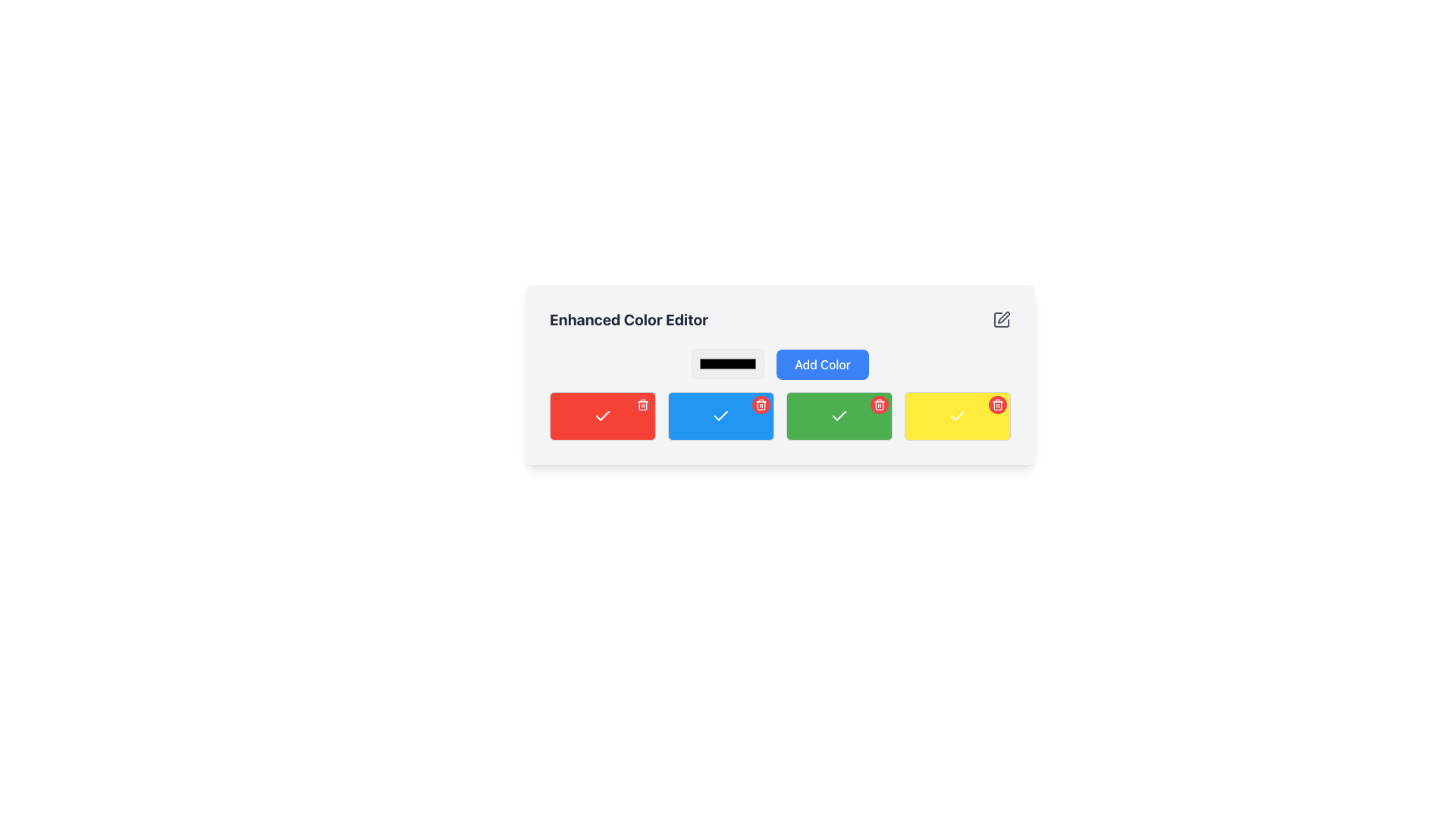  I want to click on the trash can button with a red background located at the top-right corner of the white card, so click(643, 403).